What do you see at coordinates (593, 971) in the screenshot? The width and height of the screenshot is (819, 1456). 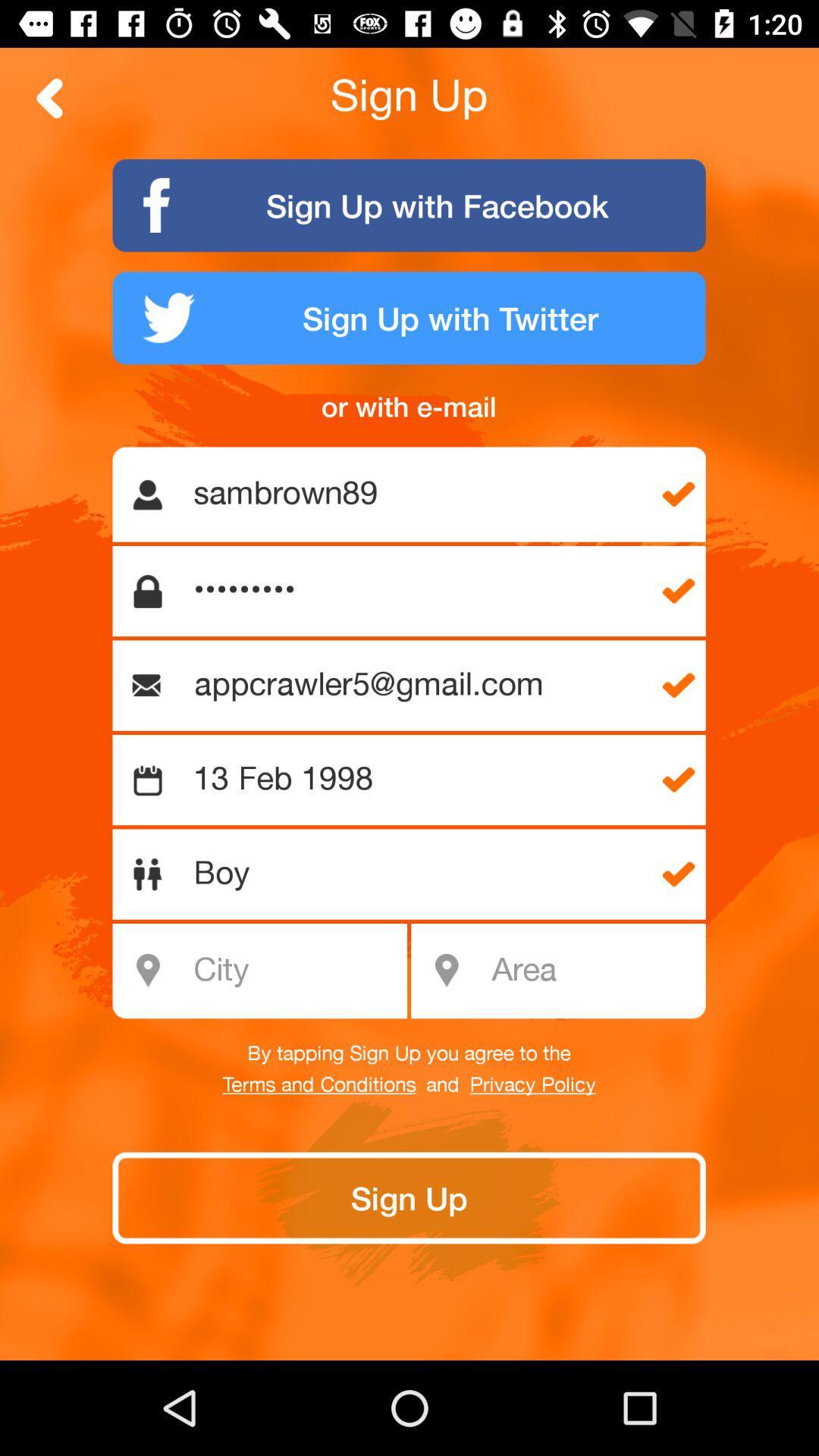 I see `item above the by tapping sign icon` at bounding box center [593, 971].